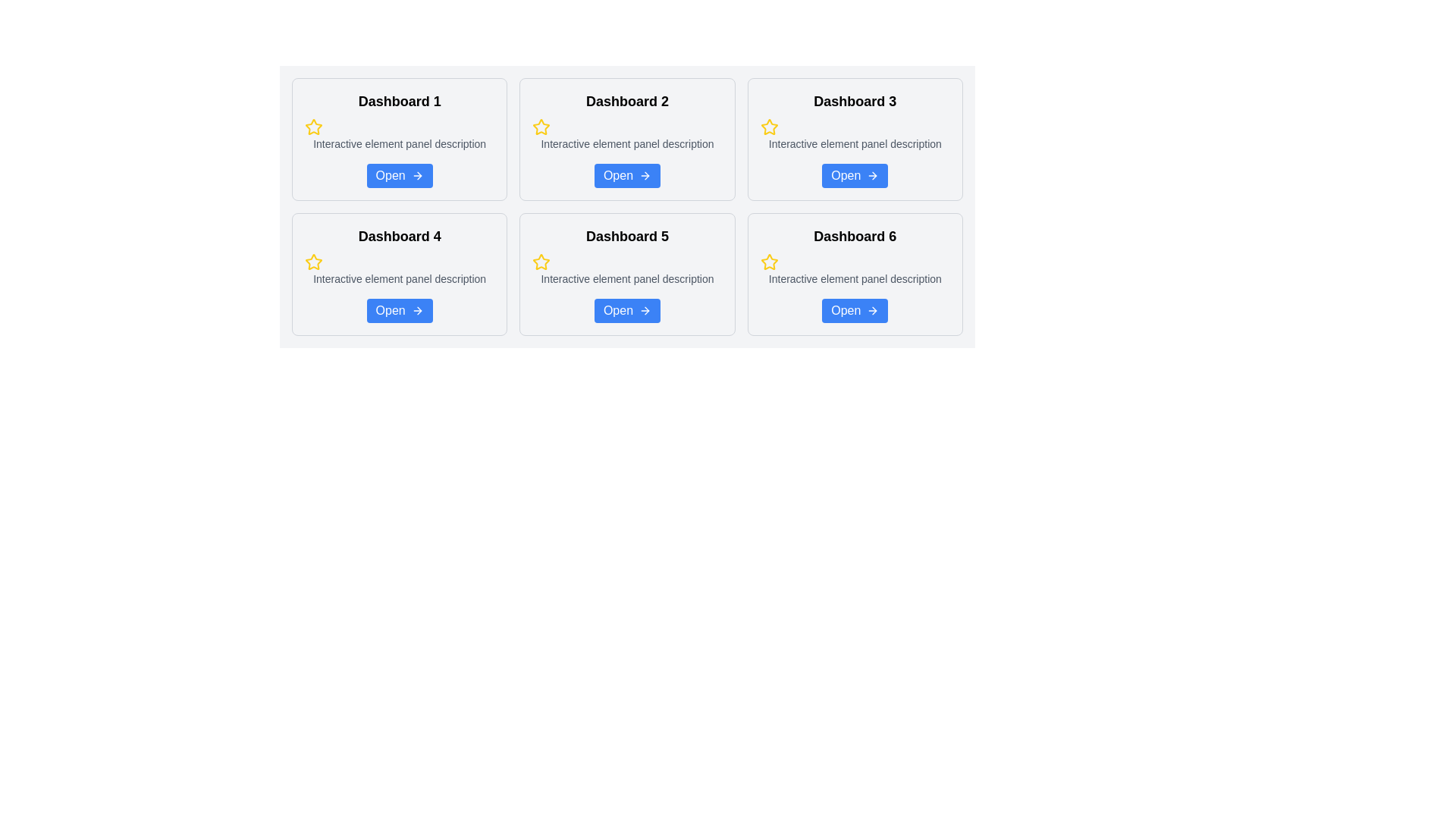  What do you see at coordinates (874, 309) in the screenshot?
I see `the rightmost arrow icon in the button labeled 'Dashboard 6' located in the bottom-right corner of the grid layout` at bounding box center [874, 309].